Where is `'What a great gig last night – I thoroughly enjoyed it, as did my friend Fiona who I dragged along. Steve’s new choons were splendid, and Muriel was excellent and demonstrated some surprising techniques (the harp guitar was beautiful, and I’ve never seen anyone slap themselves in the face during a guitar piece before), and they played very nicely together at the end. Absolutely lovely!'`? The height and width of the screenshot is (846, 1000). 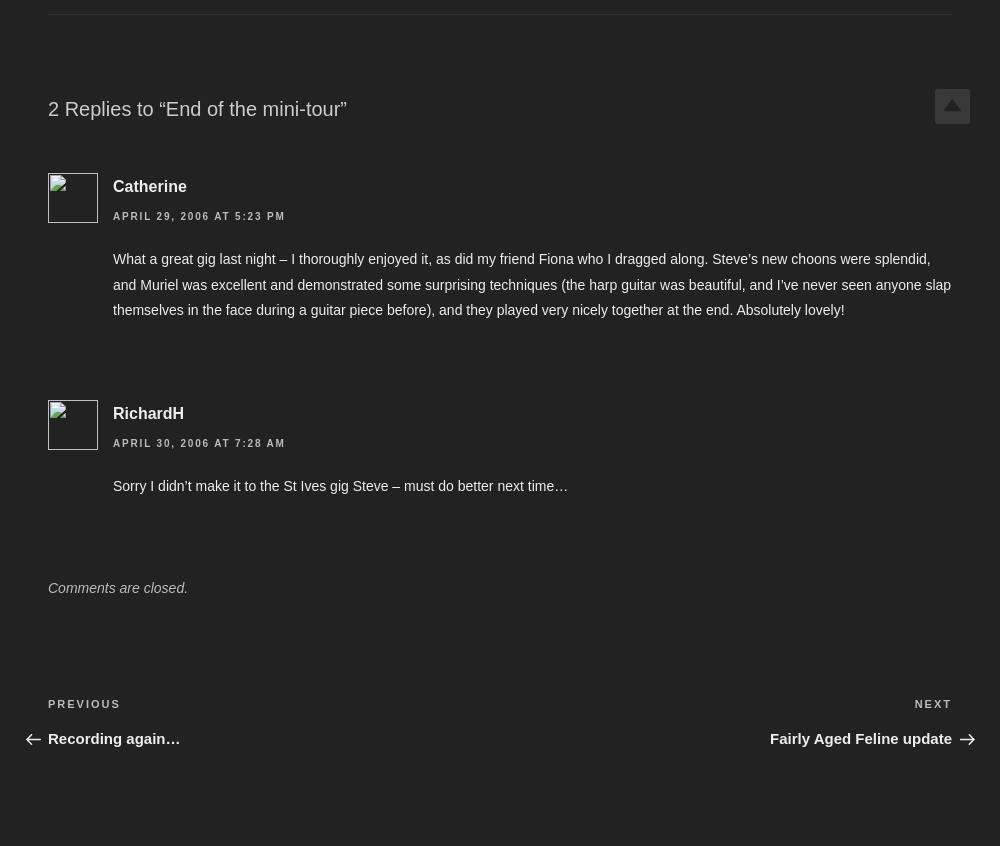 'What a great gig last night – I thoroughly enjoyed it, as did my friend Fiona who I dragged along. Steve’s new choons were splendid, and Muriel was excellent and demonstrated some surprising techniques (the harp guitar was beautiful, and I’ve never seen anyone slap themselves in the face during a guitar piece before), and they played very nicely together at the end. Absolutely lovely!' is located at coordinates (532, 283).